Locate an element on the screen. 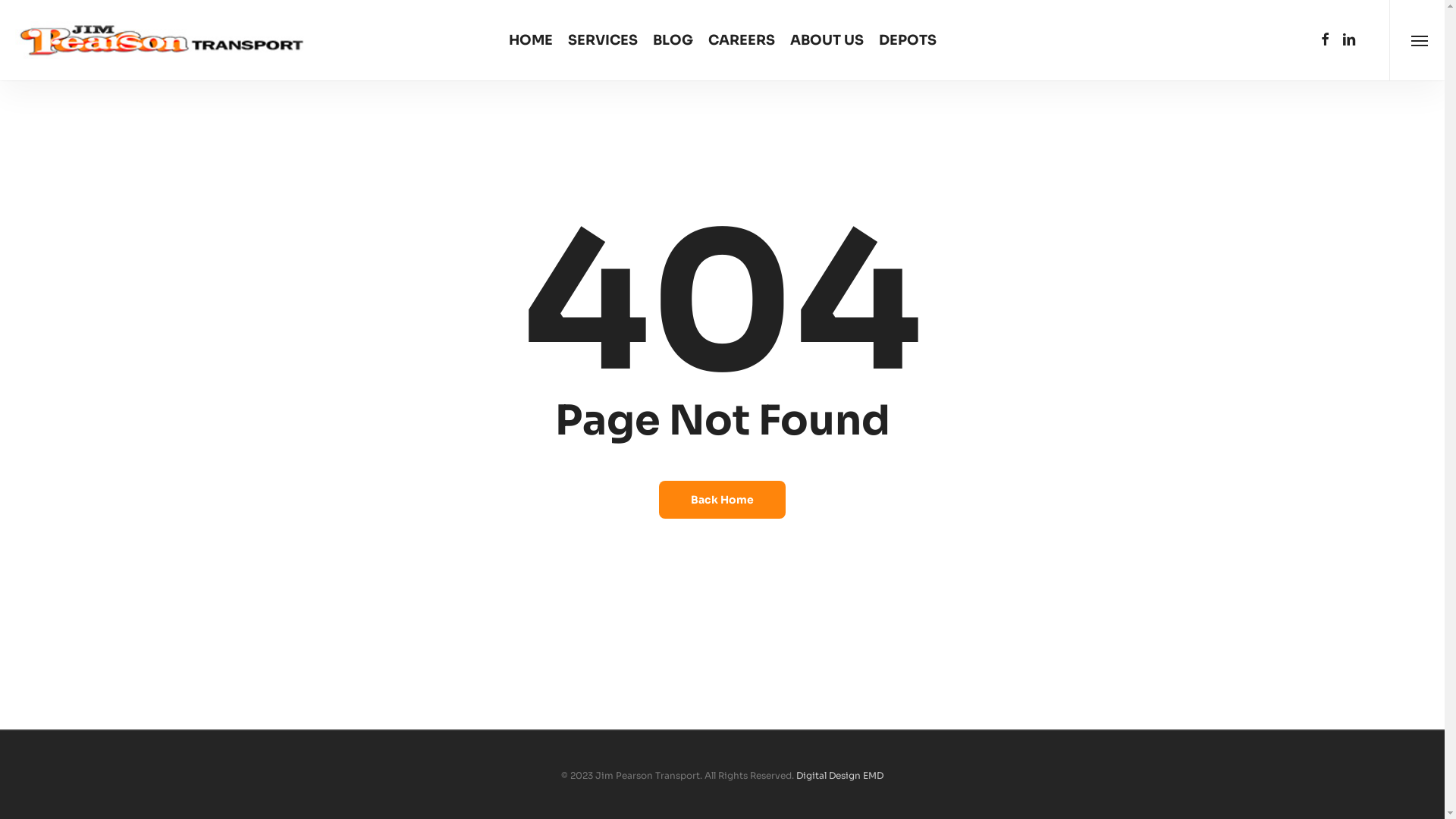 Image resolution: width=1456 pixels, height=819 pixels. 'facebook' is located at coordinates (1324, 39).